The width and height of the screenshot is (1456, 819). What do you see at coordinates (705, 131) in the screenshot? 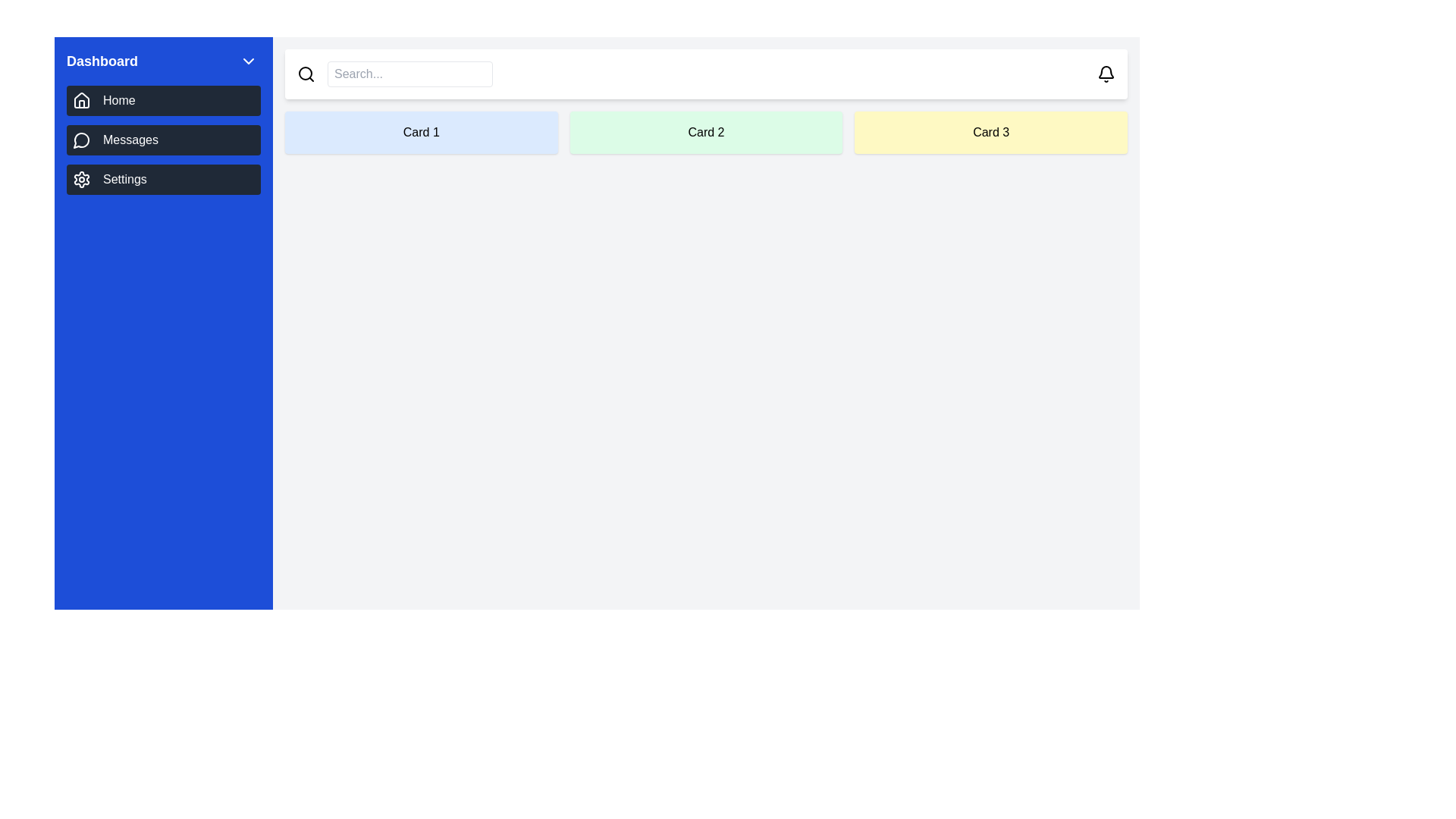
I see `the non-interactive display component labeled 'Card 2', which is the second card in a row of three cards arranged horizontally` at bounding box center [705, 131].